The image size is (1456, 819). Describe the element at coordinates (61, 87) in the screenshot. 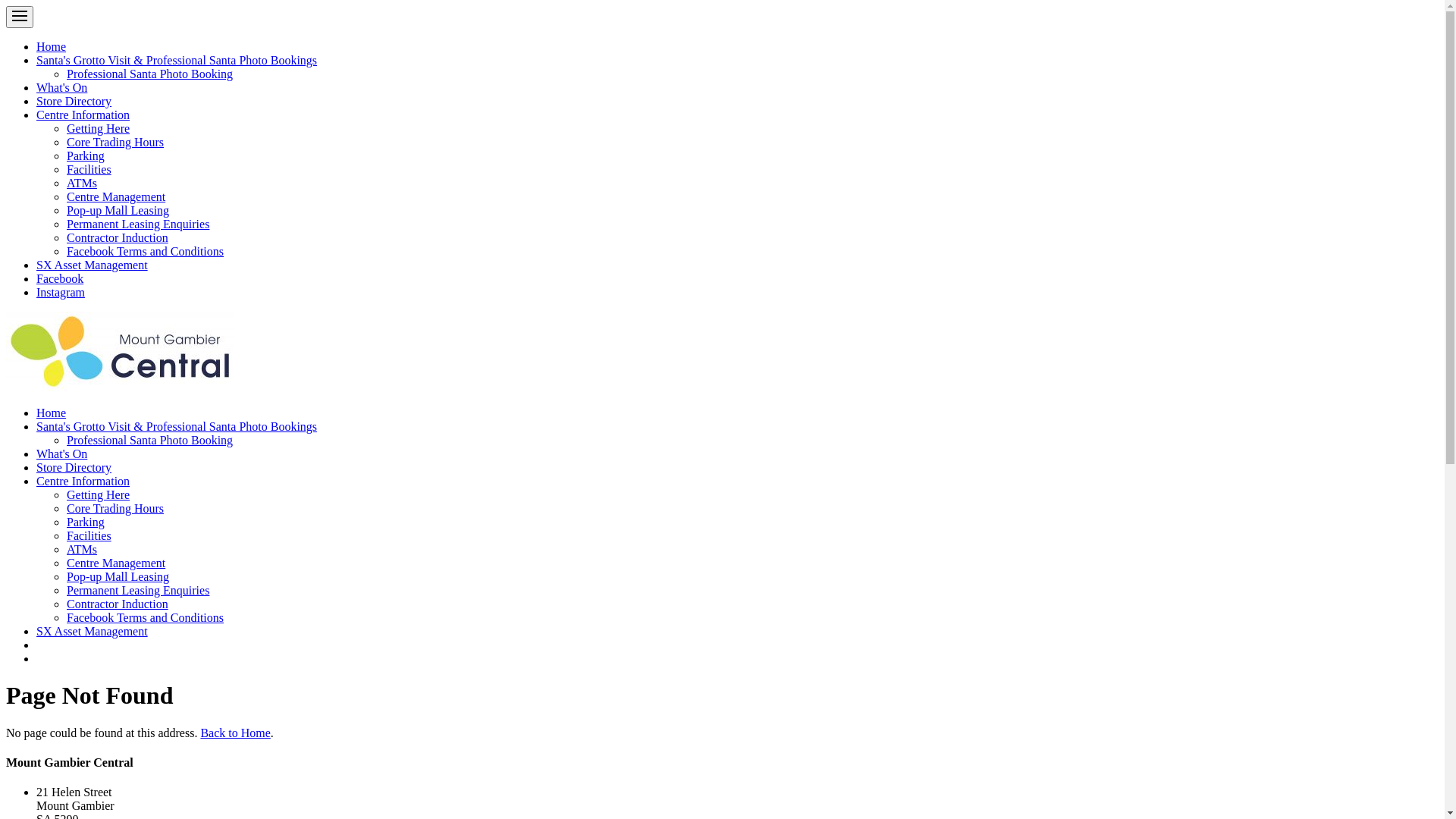

I see `'What's On'` at that location.